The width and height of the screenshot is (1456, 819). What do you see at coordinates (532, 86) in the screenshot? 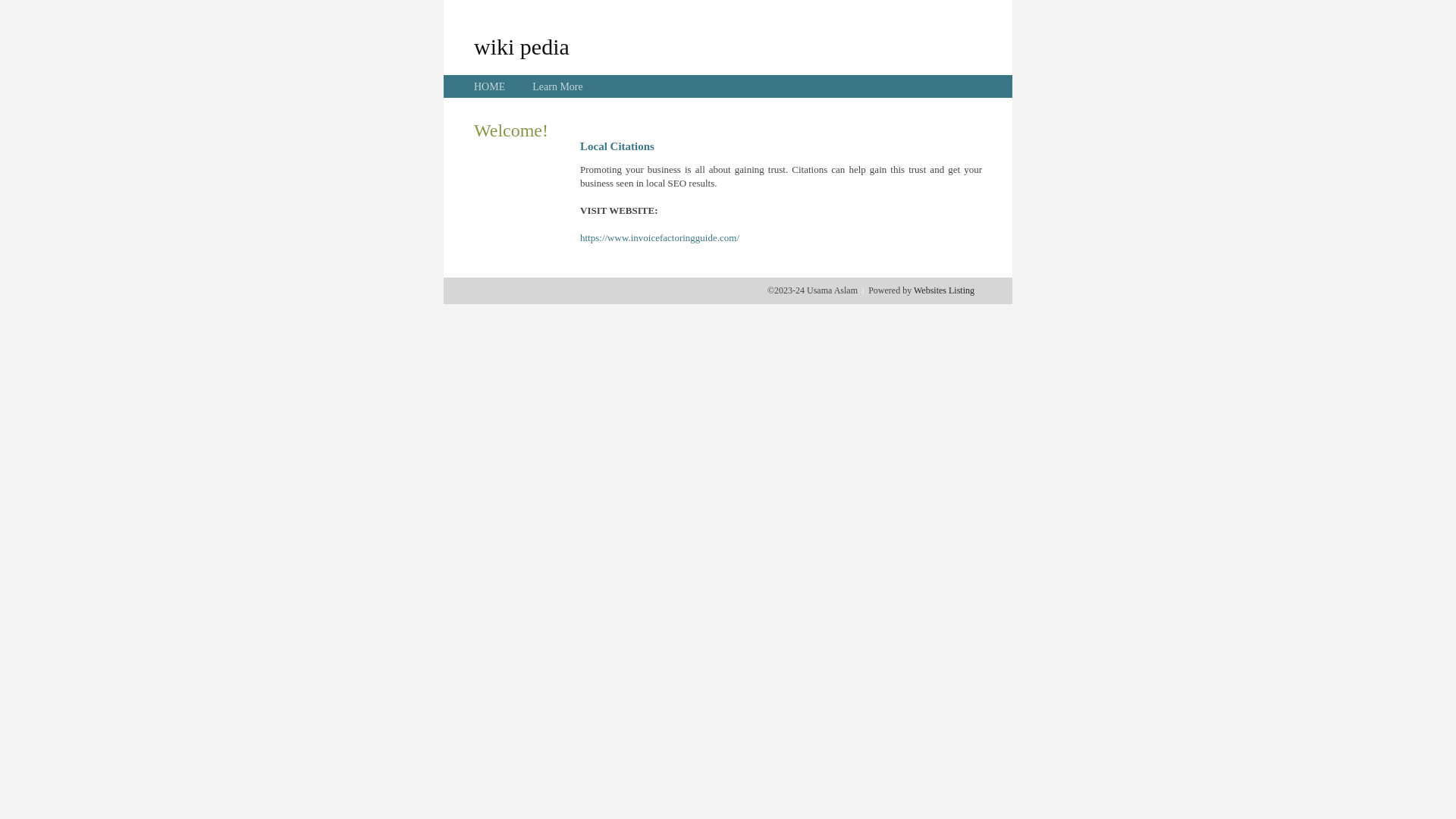
I see `'Learn More'` at bounding box center [532, 86].